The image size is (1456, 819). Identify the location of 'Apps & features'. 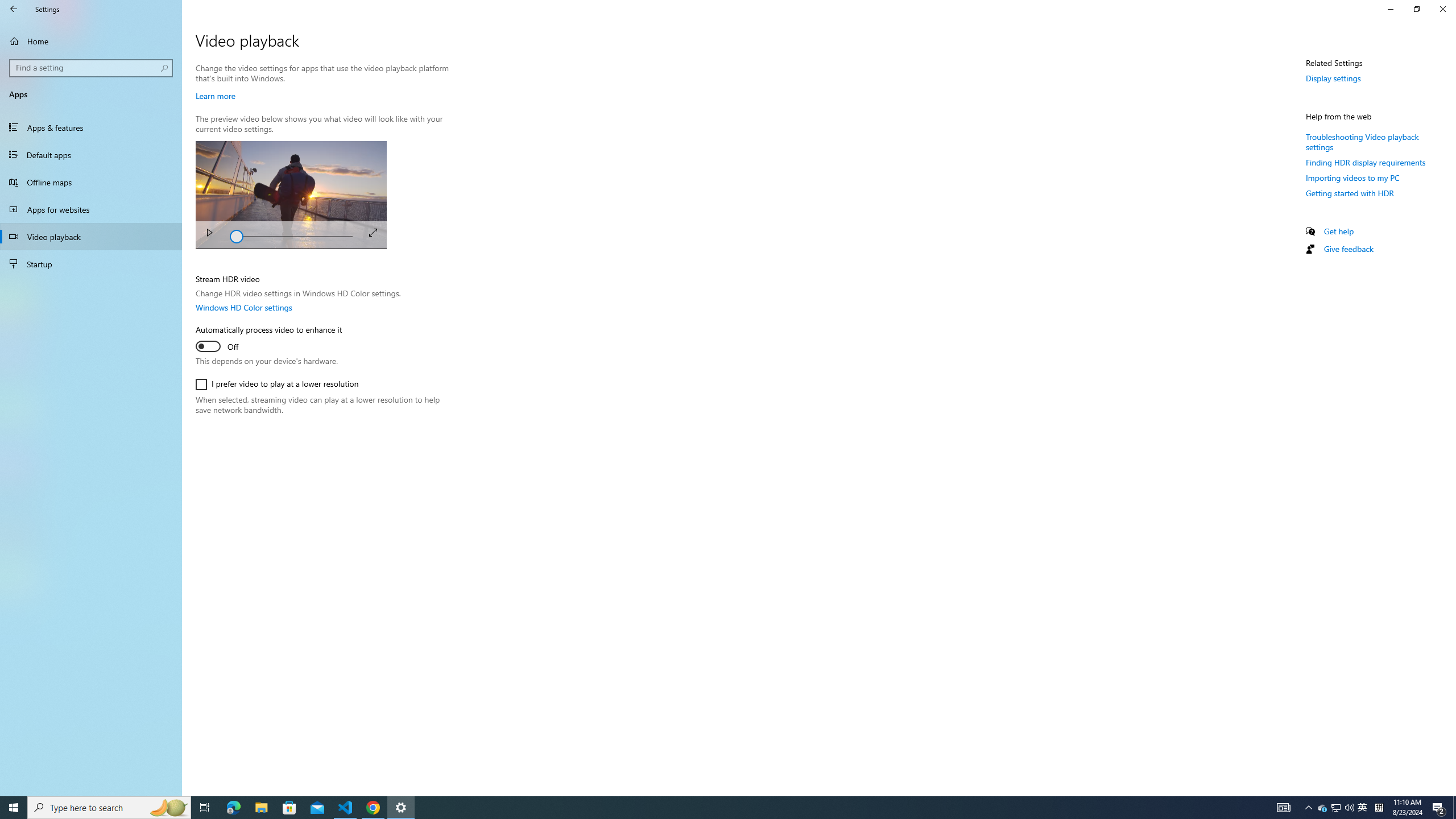
(90, 126).